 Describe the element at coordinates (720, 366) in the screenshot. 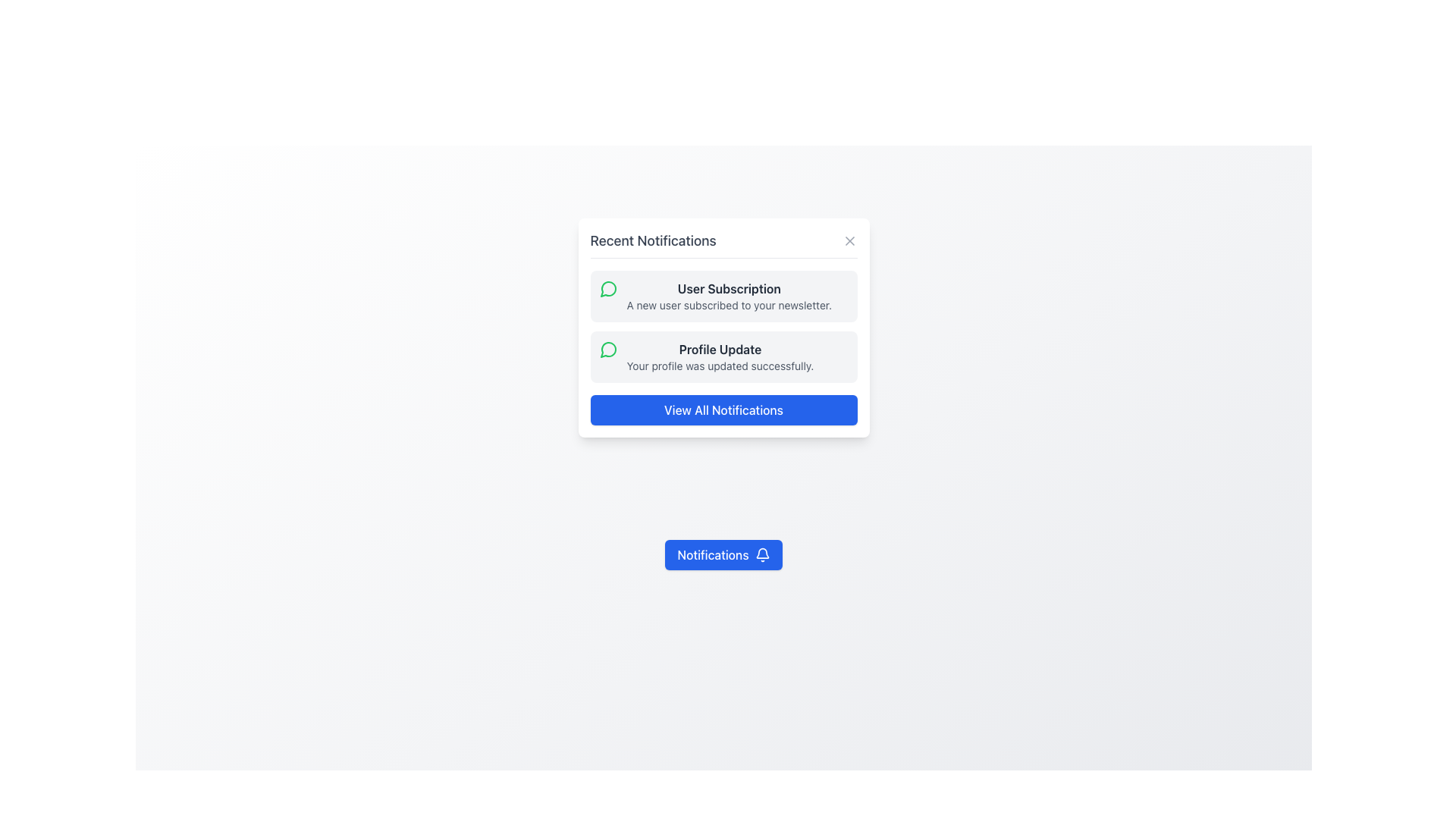

I see `the text element displaying 'Your profile was updated successfully.' which is styled with the class 'text-gray-600 text-sm' and is located below the 'Profile Update' heading in the notification card` at that location.